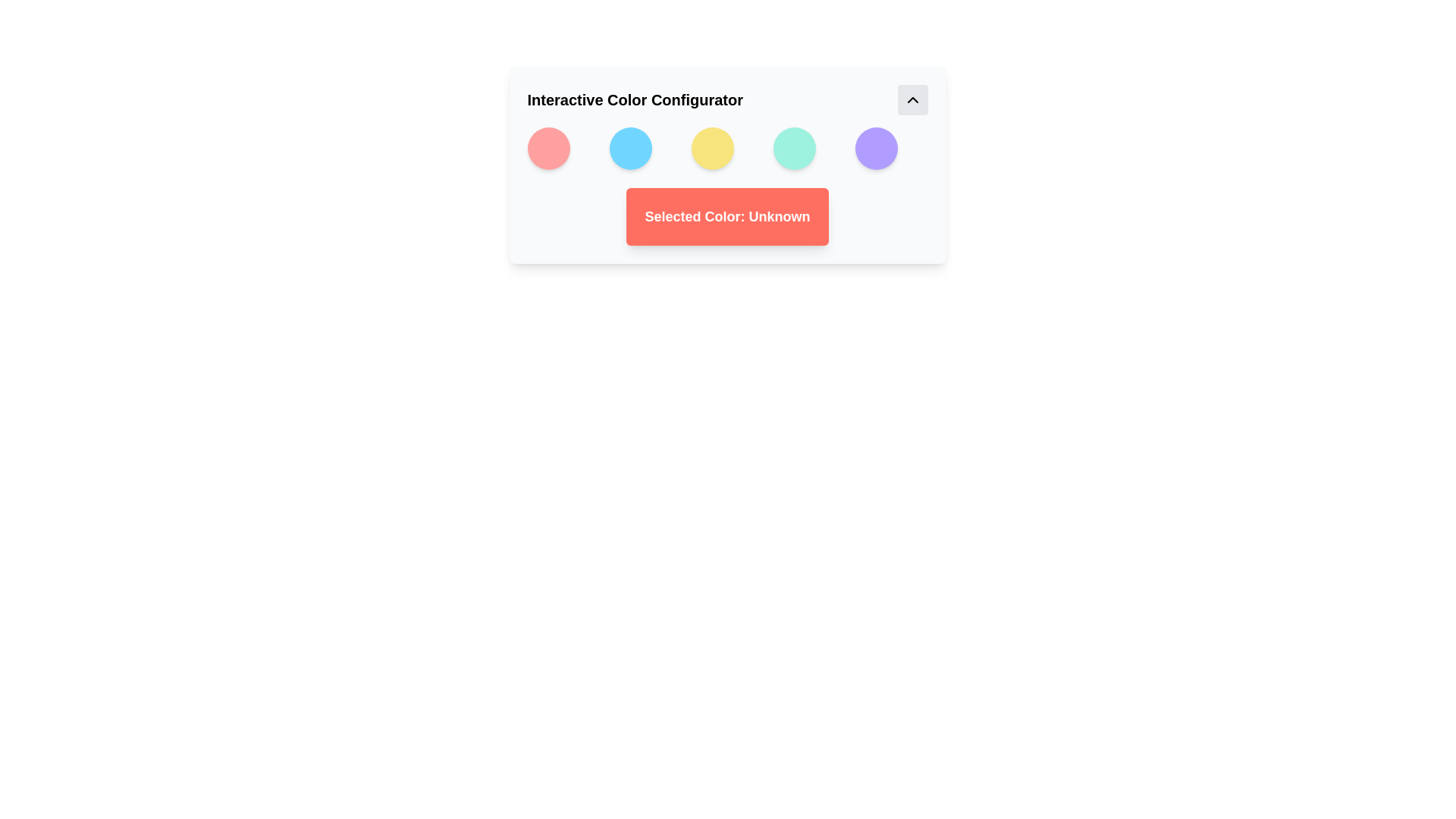 The image size is (1456, 819). What do you see at coordinates (726, 216) in the screenshot?
I see `text content of the Text display box that currently states 'Unknown' and displays the selected color in the Interactive Color Configurator panel` at bounding box center [726, 216].